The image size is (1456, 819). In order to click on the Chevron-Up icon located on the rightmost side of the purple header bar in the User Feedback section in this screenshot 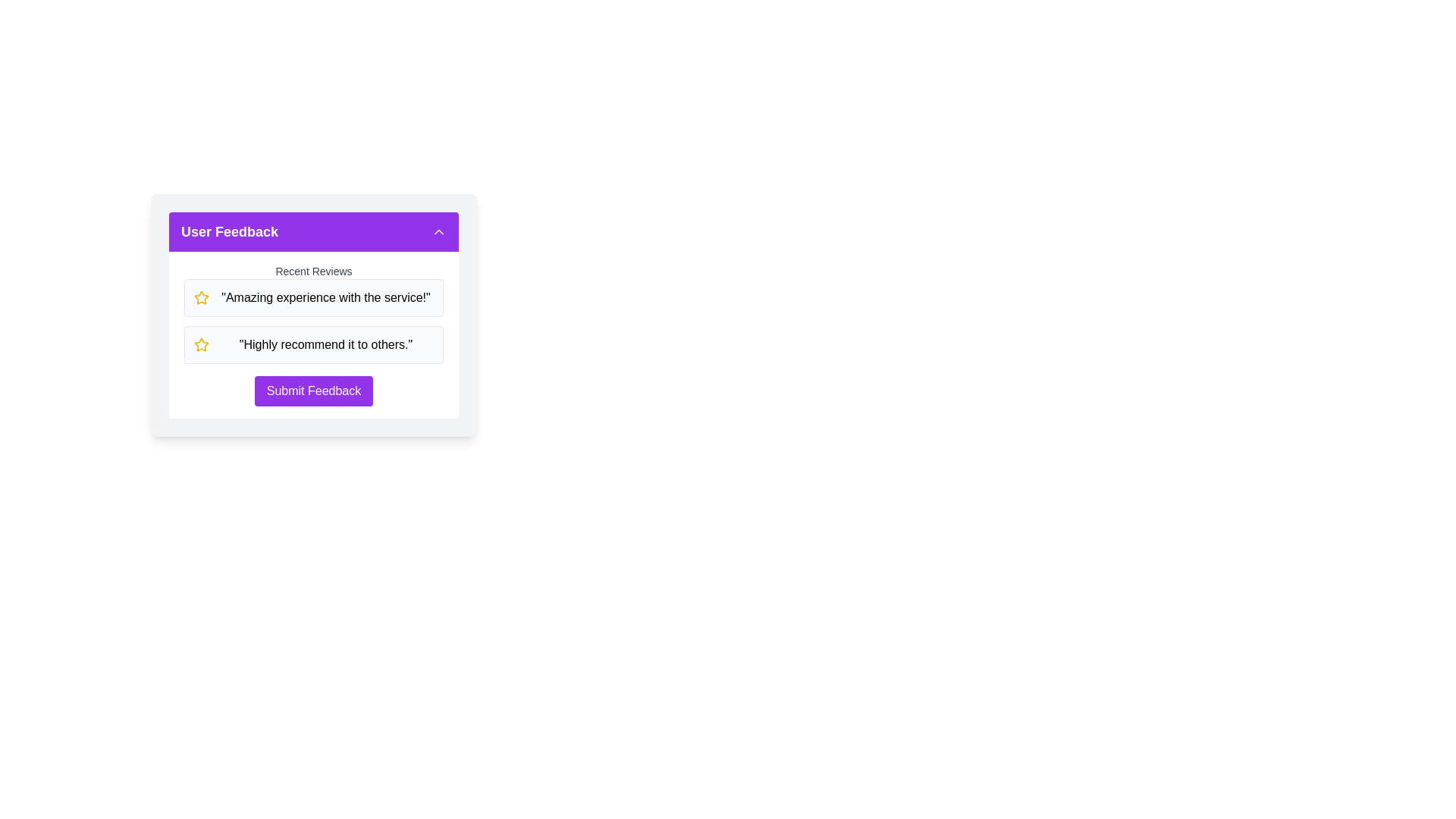, I will do `click(438, 231)`.